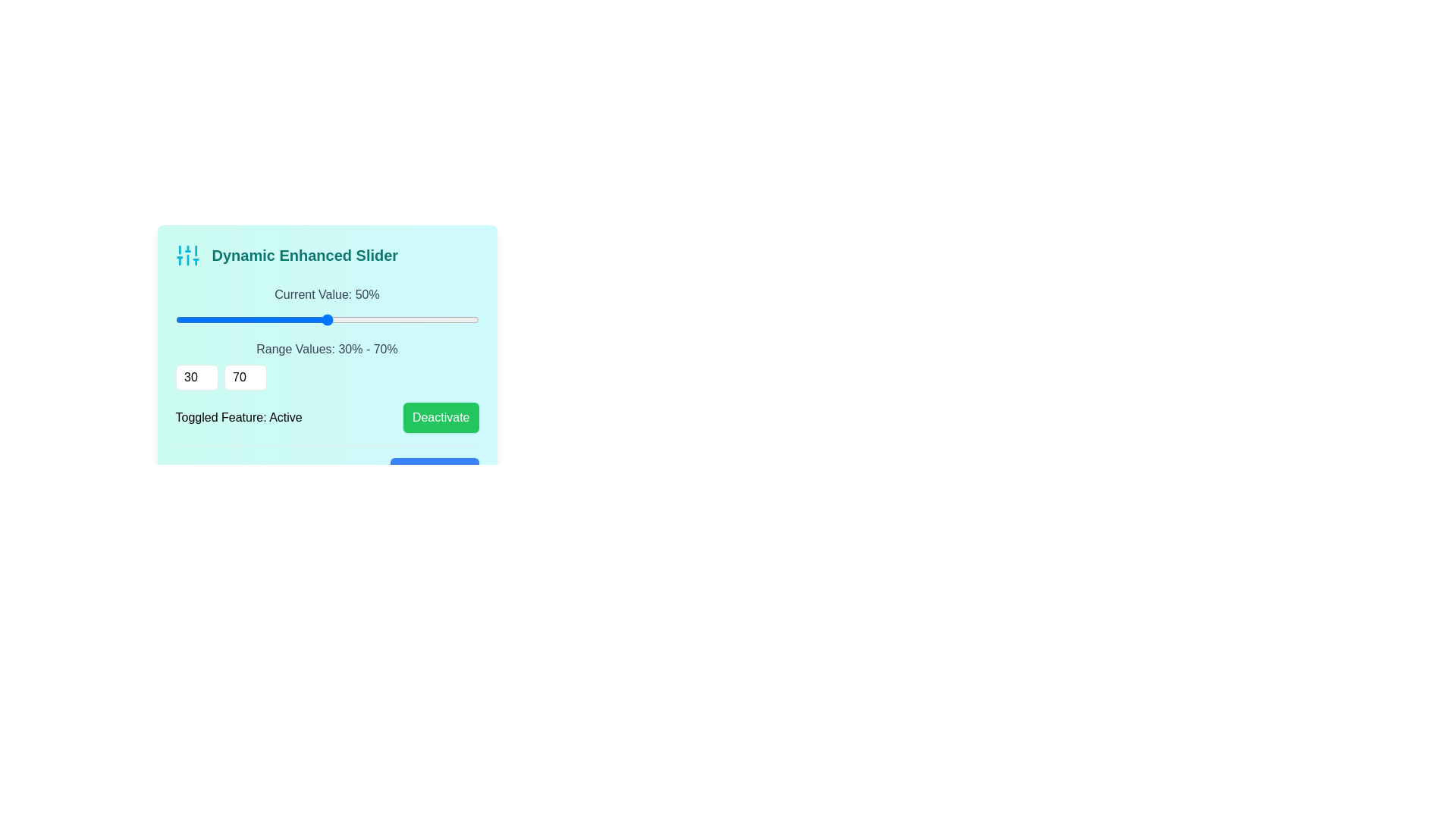 This screenshot has width=1456, height=819. Describe the element at coordinates (326, 350) in the screenshot. I see `the static text label that indicates the range values for the slider or numerical inputs, positioned slightly below the blue slider and above the numerical fields labeled '30' and '70'` at that location.